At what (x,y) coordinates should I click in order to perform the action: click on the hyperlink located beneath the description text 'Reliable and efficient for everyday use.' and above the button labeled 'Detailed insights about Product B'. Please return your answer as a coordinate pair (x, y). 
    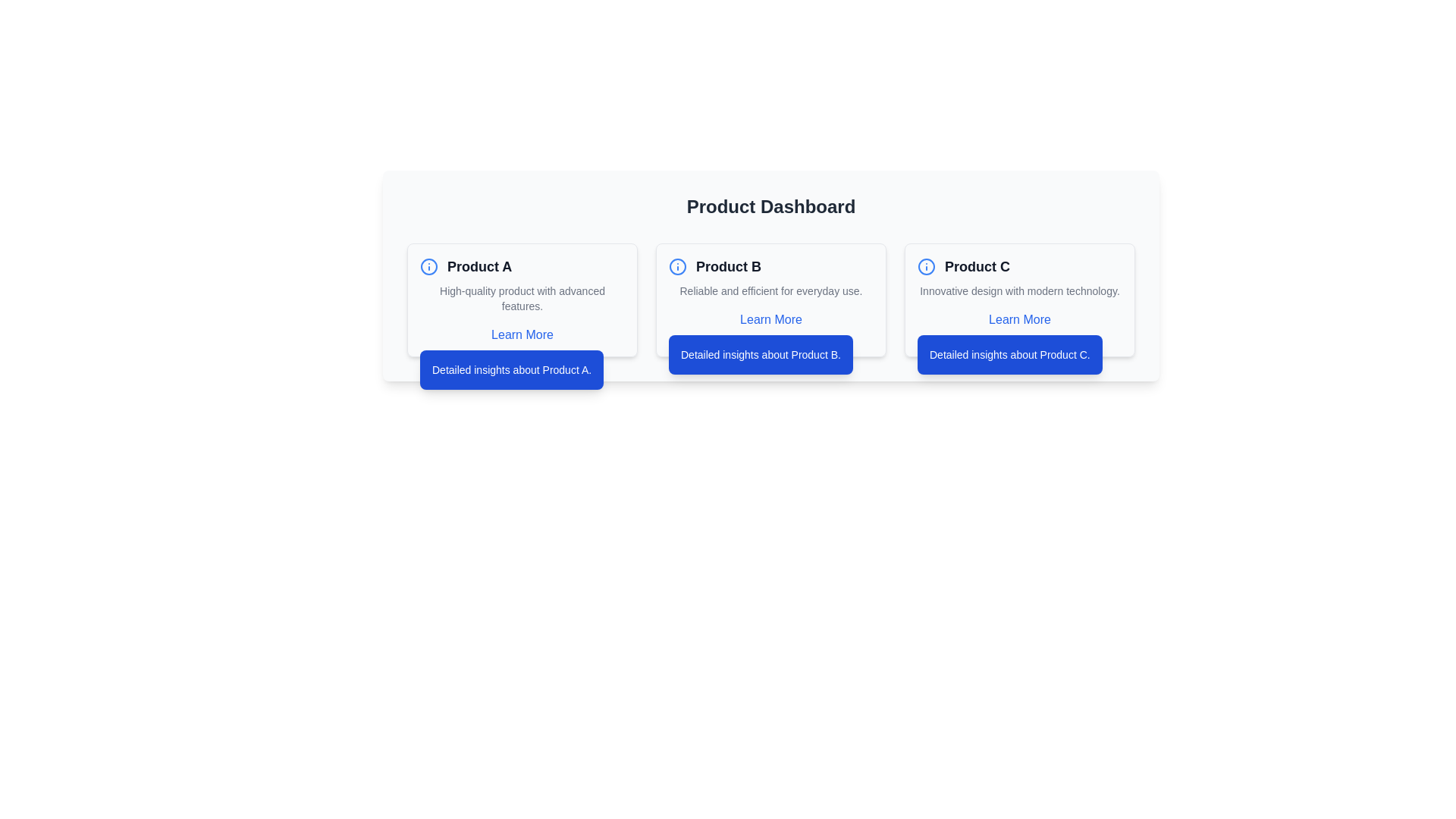
    Looking at the image, I should click on (771, 318).